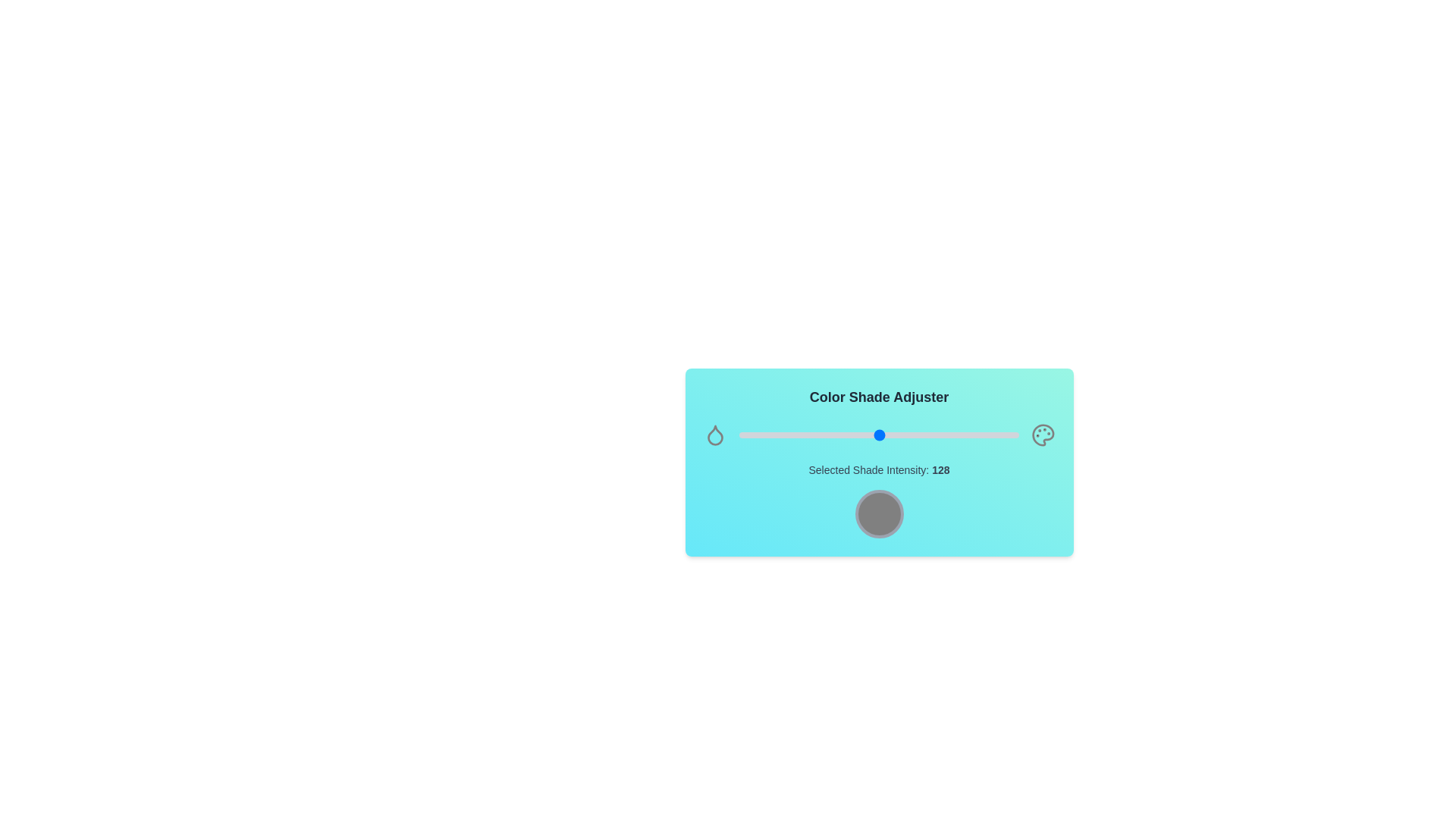  What do you see at coordinates (765, 435) in the screenshot?
I see `the shade intensity to 24 by interacting with the slider` at bounding box center [765, 435].